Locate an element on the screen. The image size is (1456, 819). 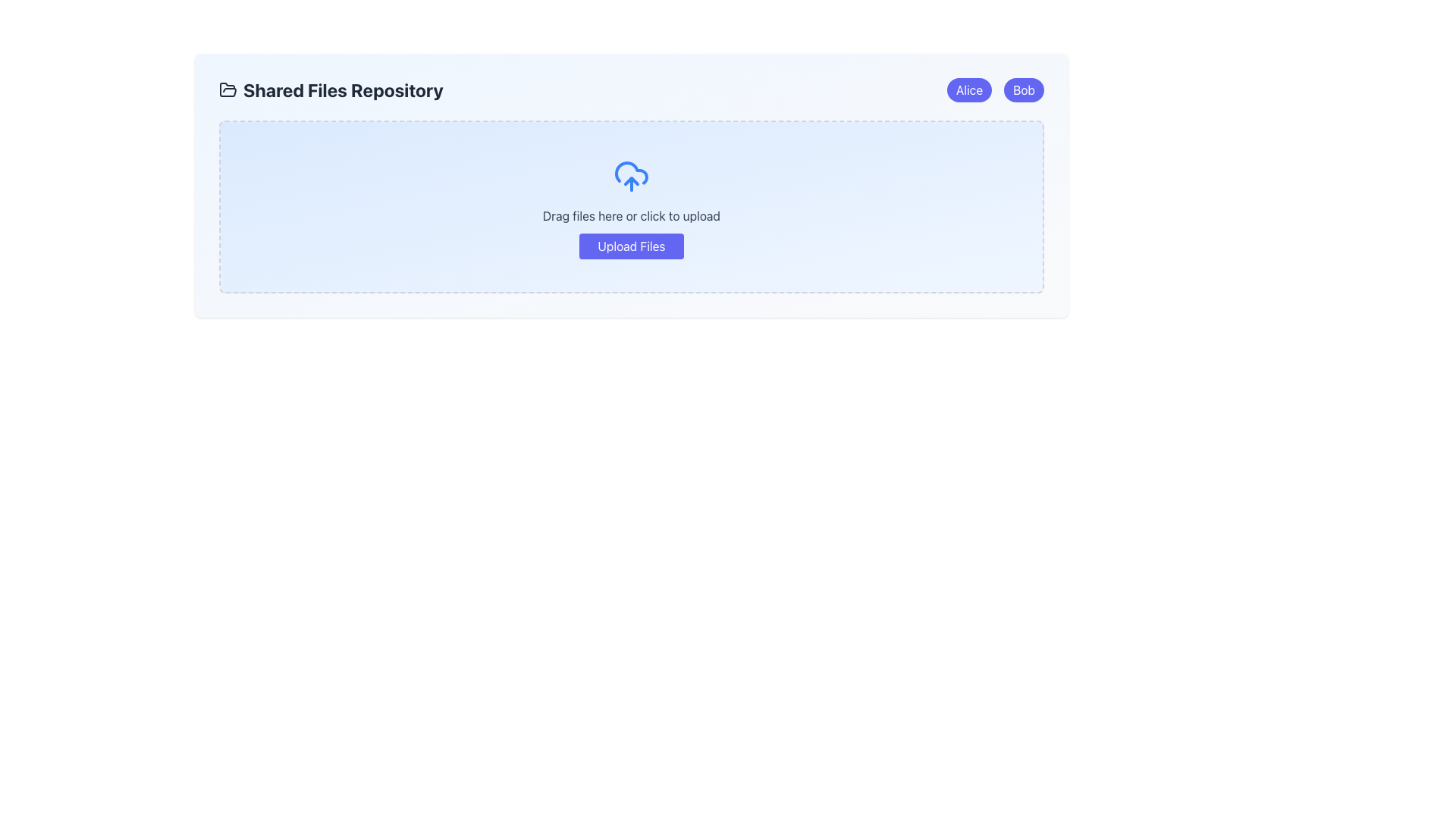
the interactive upload area that contains the text 'Drag files here or click to upload' and the blue upload icon is located at coordinates (631, 207).